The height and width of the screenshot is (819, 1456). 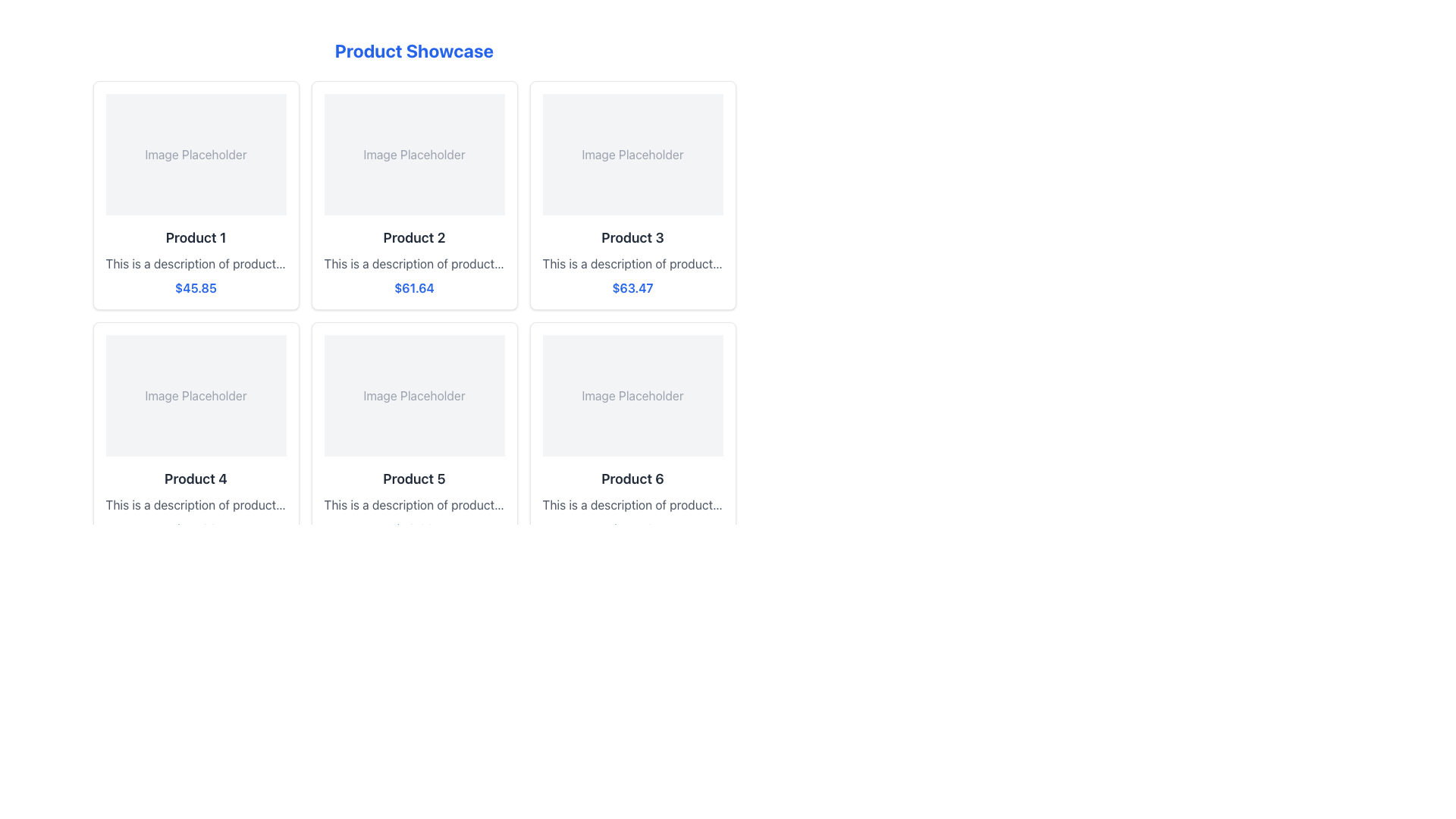 I want to click on the rectangular placeholder box with the centered text 'Image Placeholder' located in the top segment of the fourth product card in the grid, so click(x=195, y=394).